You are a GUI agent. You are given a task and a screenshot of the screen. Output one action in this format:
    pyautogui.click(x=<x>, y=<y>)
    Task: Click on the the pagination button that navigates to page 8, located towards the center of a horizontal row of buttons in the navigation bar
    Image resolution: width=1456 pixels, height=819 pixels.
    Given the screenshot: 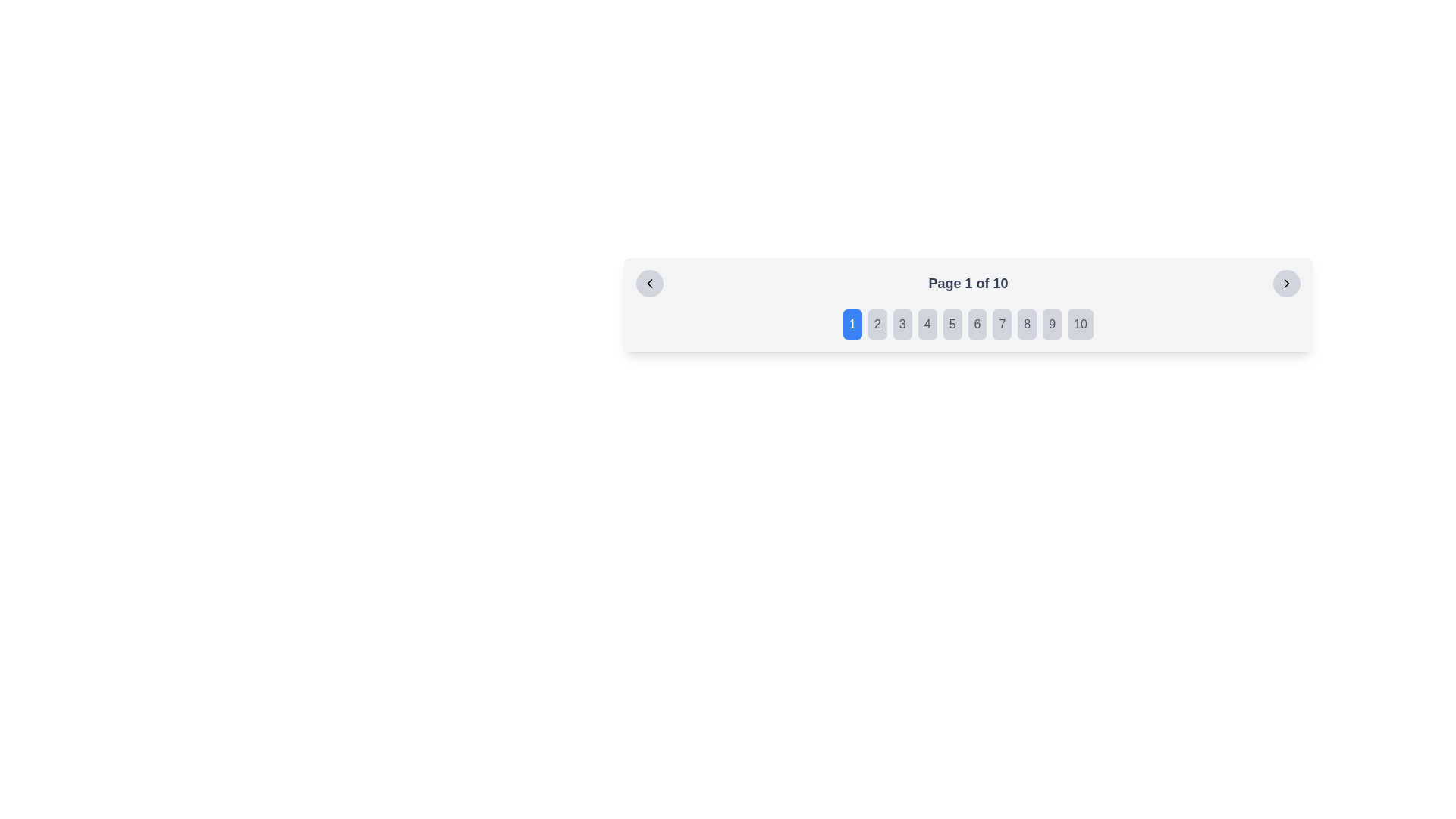 What is the action you would take?
    pyautogui.click(x=1027, y=324)
    